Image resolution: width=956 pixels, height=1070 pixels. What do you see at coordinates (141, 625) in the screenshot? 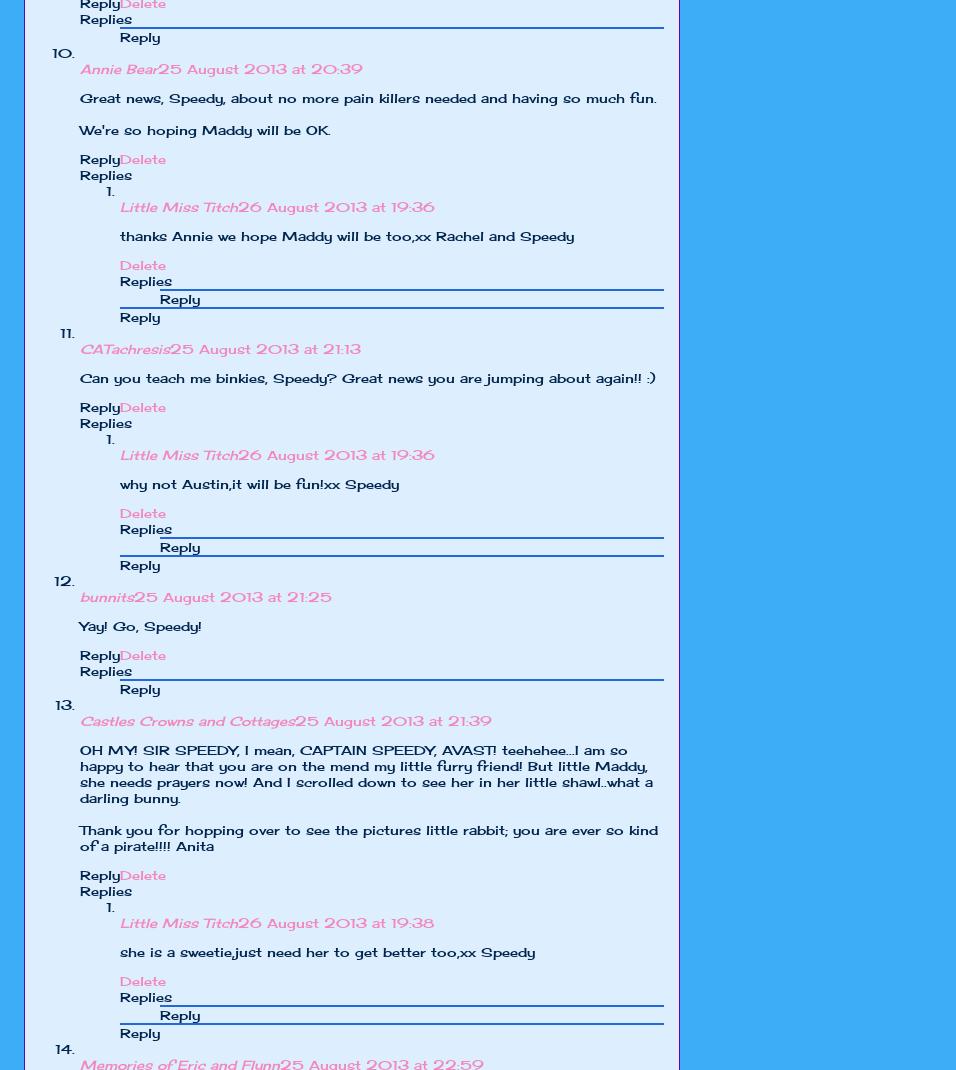
I see `'Yay!  Go, Speedy!'` at bounding box center [141, 625].